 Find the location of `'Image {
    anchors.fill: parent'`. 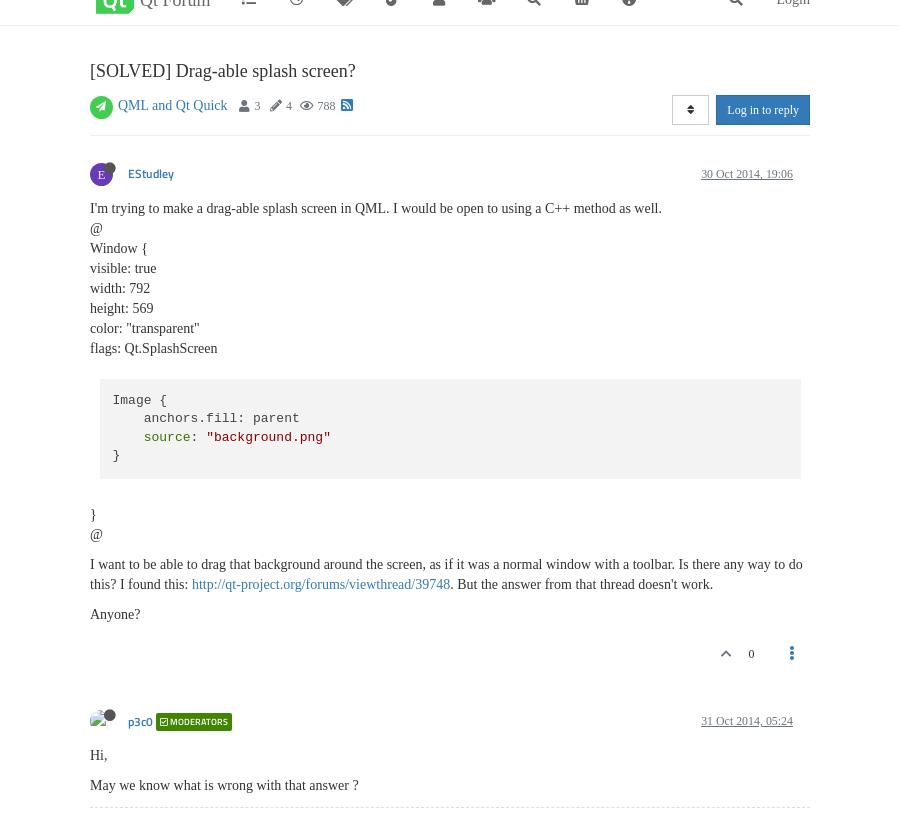

'Image {
    anchors.fill: parent' is located at coordinates (110, 417).